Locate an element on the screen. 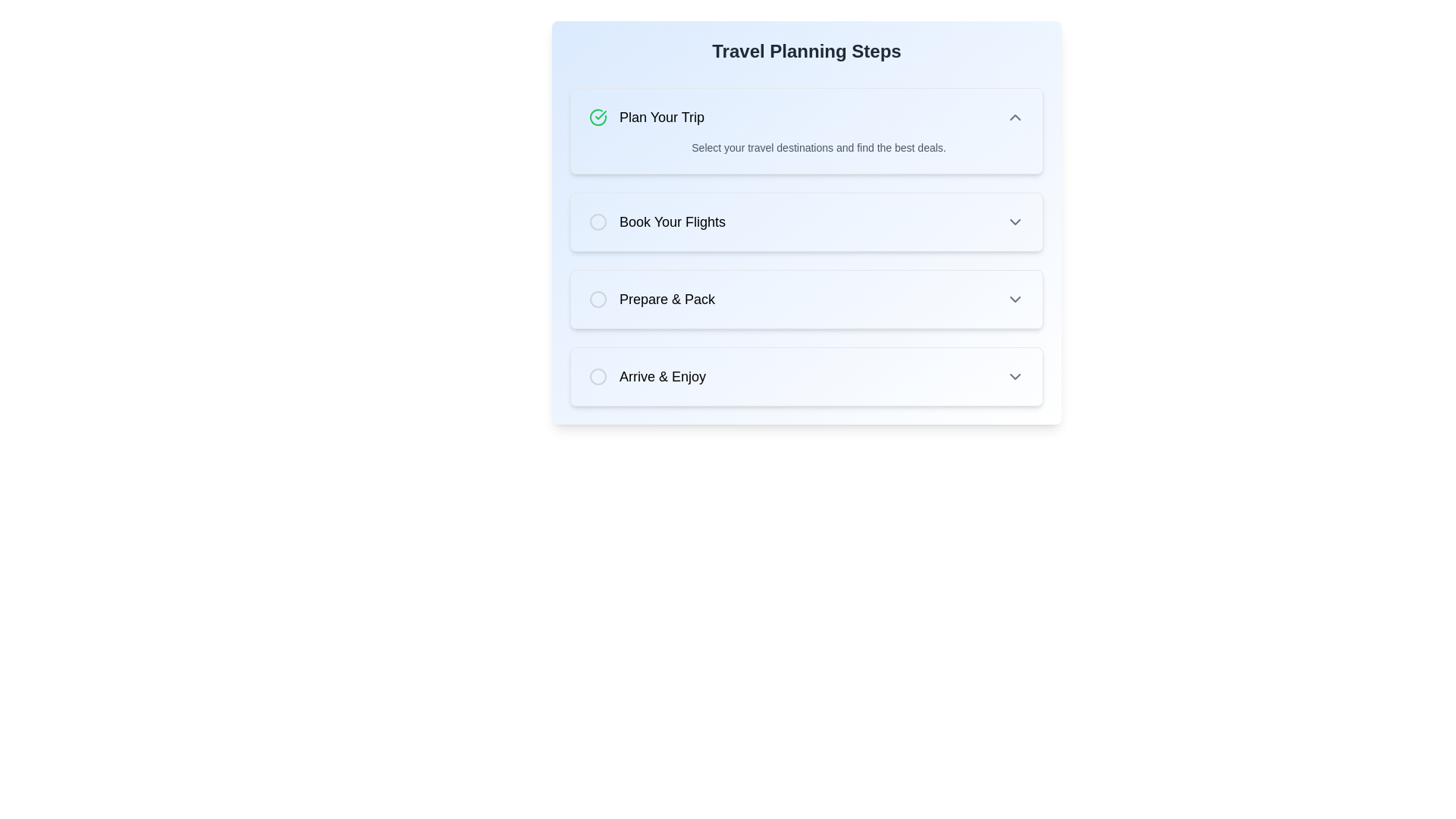 The width and height of the screenshot is (1456, 819). the radio button located to the left of the text 'Arrive & Enjoy' in the 'Travel Planning Steps' section is located at coordinates (597, 376).